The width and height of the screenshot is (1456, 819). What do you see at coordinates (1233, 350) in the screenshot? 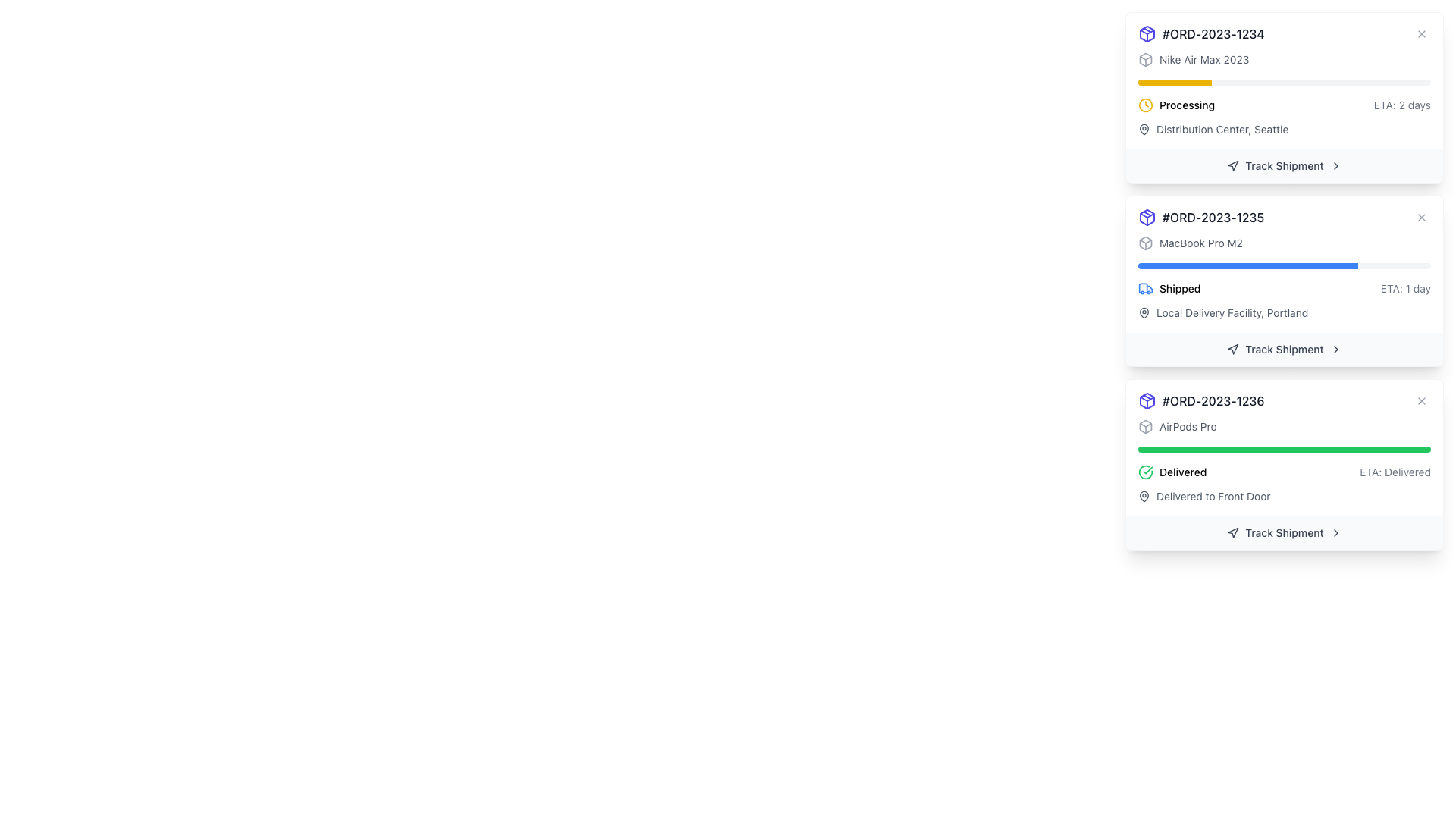
I see `the SVG graphic icon that signifies navigation or direction, located to the left of the 'Track Shipment' button text` at bounding box center [1233, 350].